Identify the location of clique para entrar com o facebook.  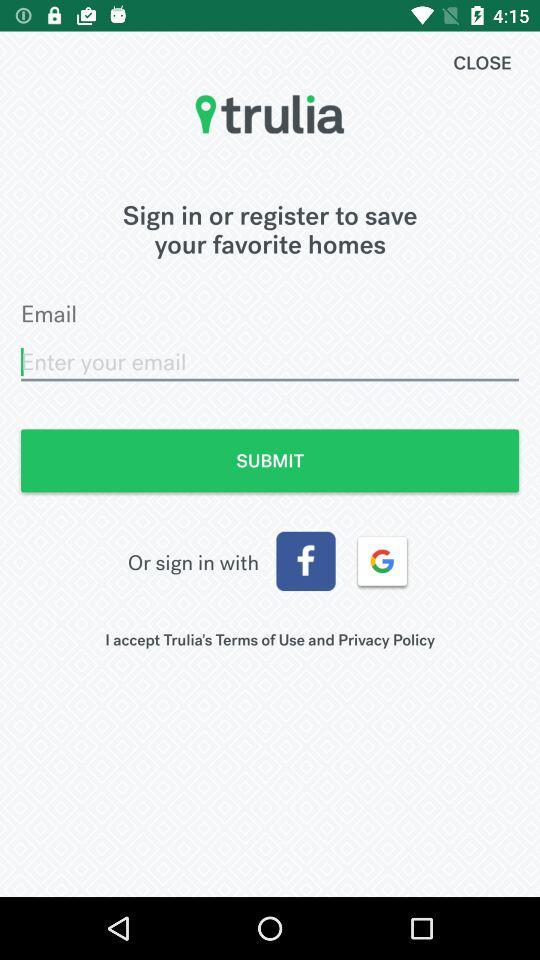
(306, 561).